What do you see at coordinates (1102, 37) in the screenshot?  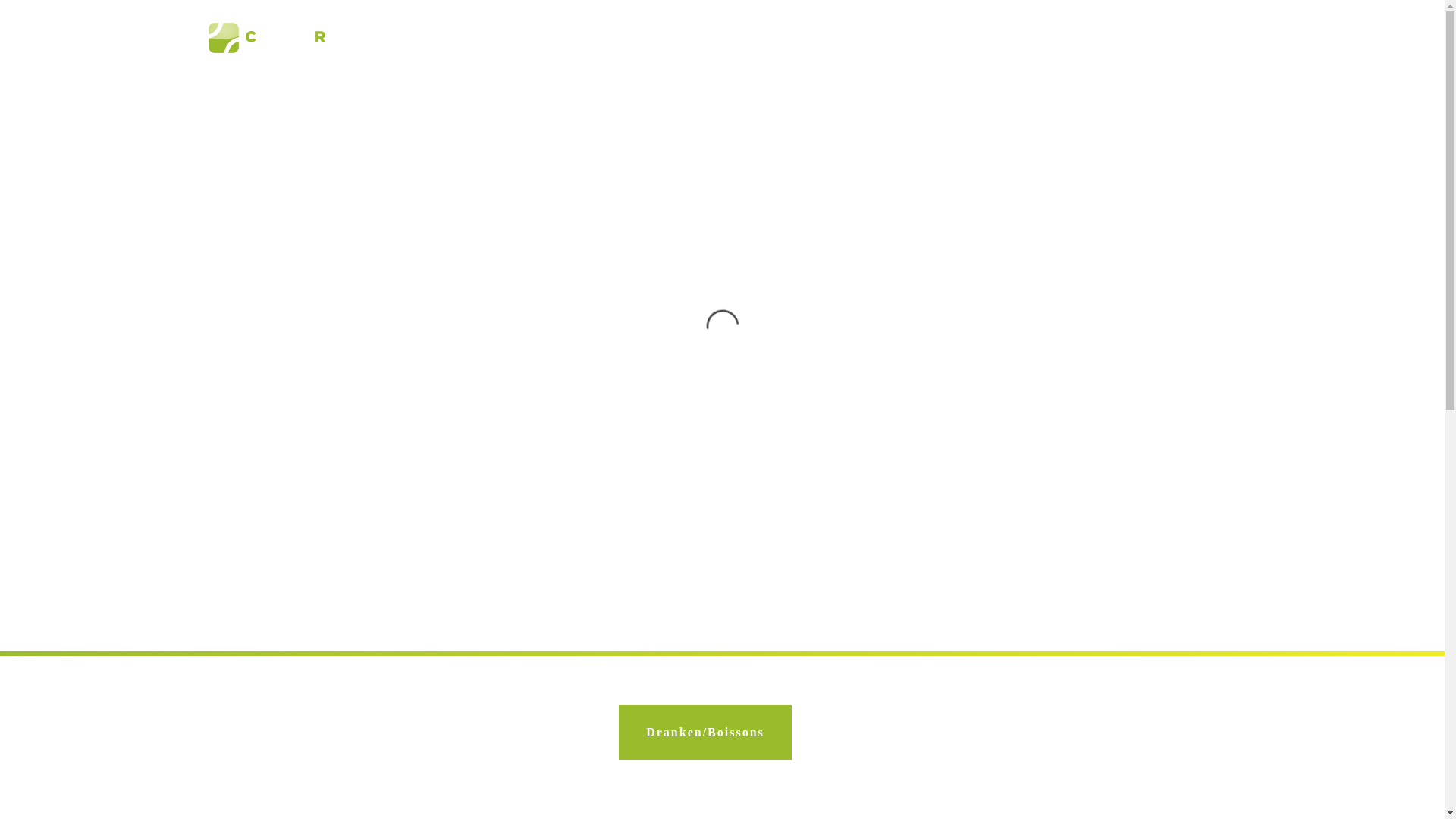 I see `'CLUB-OUTFIT'` at bounding box center [1102, 37].